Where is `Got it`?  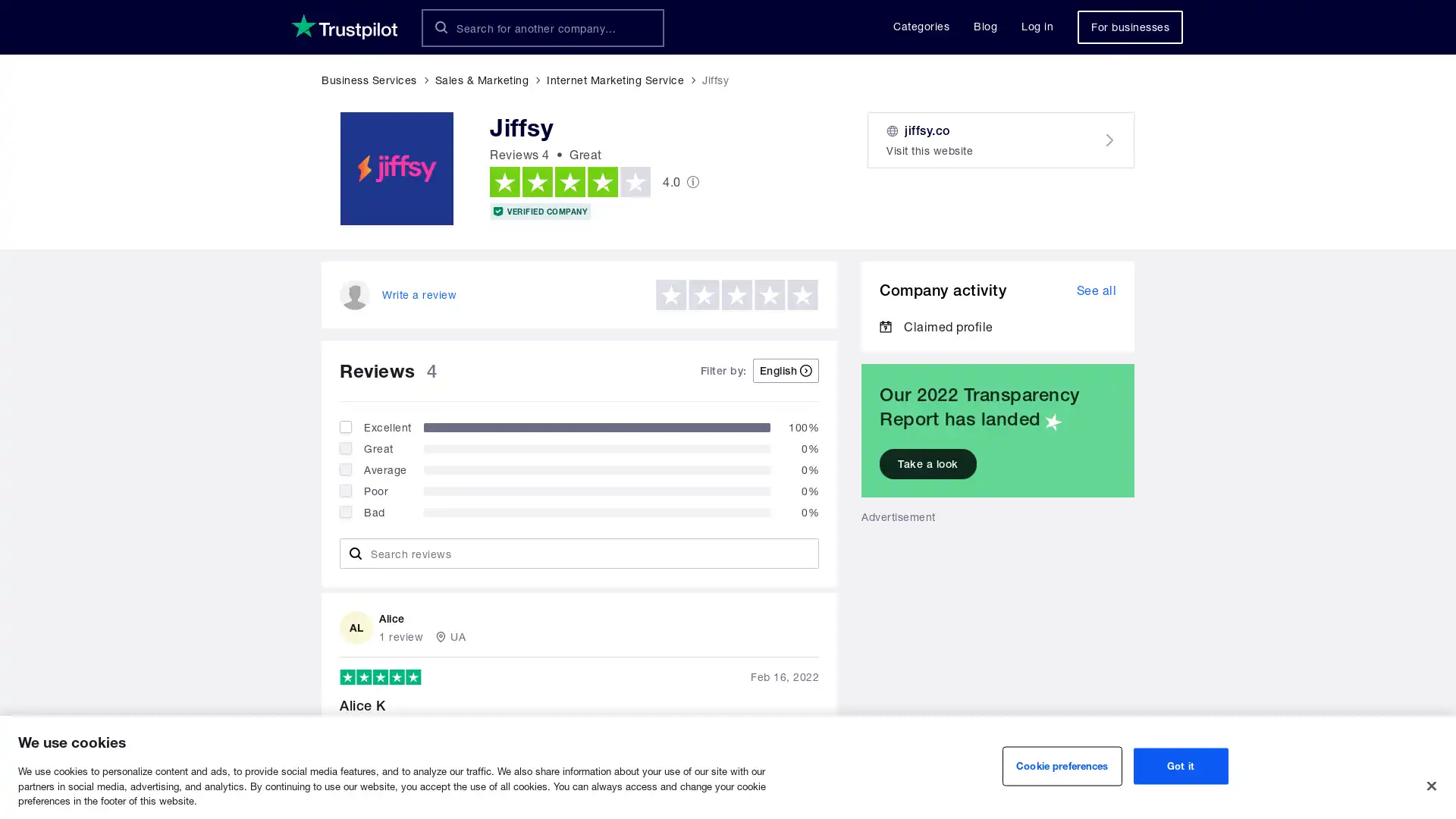
Got it is located at coordinates (1179, 766).